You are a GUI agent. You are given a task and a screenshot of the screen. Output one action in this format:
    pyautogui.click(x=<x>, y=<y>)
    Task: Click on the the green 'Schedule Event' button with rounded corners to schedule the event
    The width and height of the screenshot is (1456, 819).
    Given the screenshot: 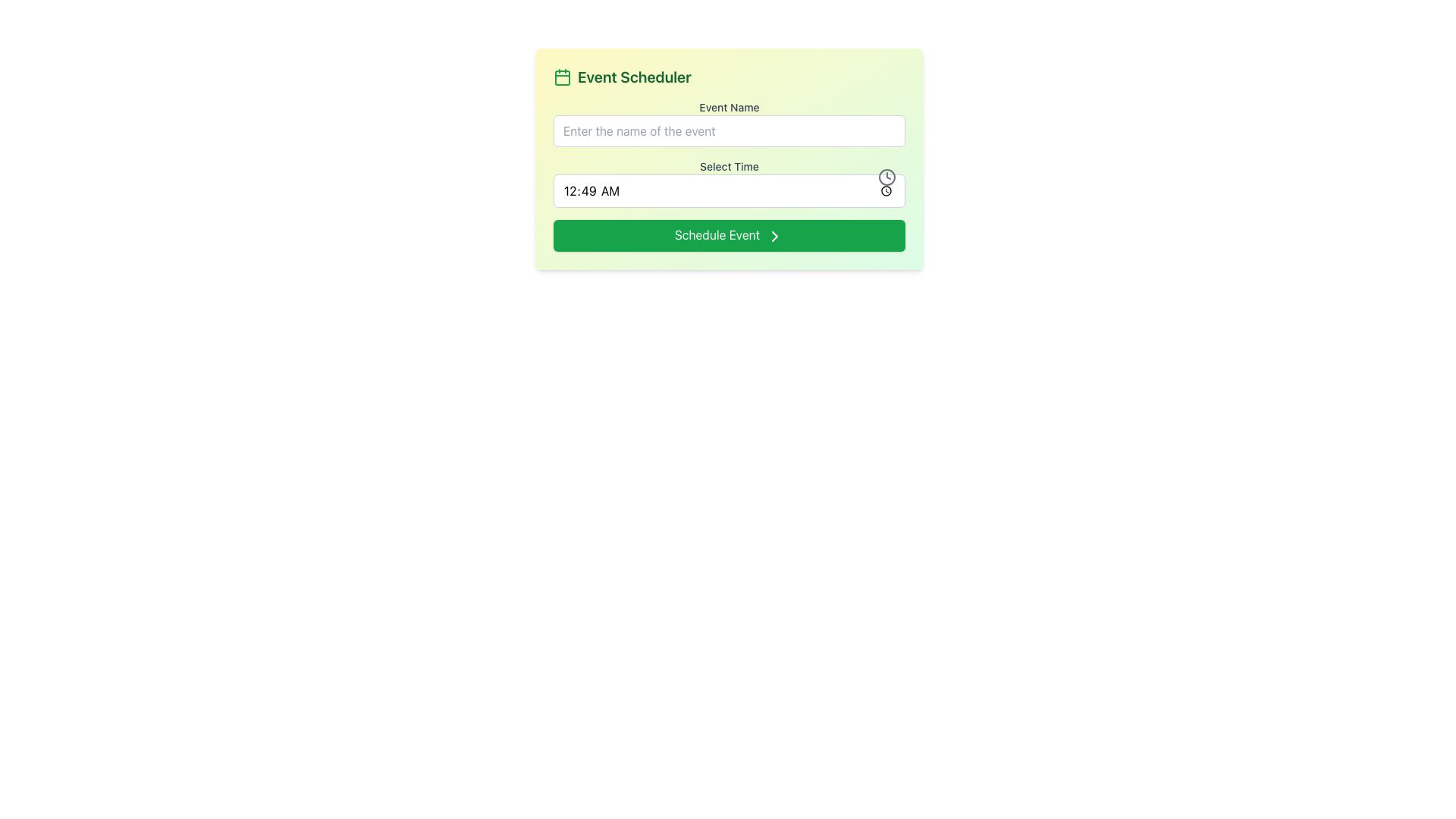 What is the action you would take?
    pyautogui.click(x=729, y=234)
    